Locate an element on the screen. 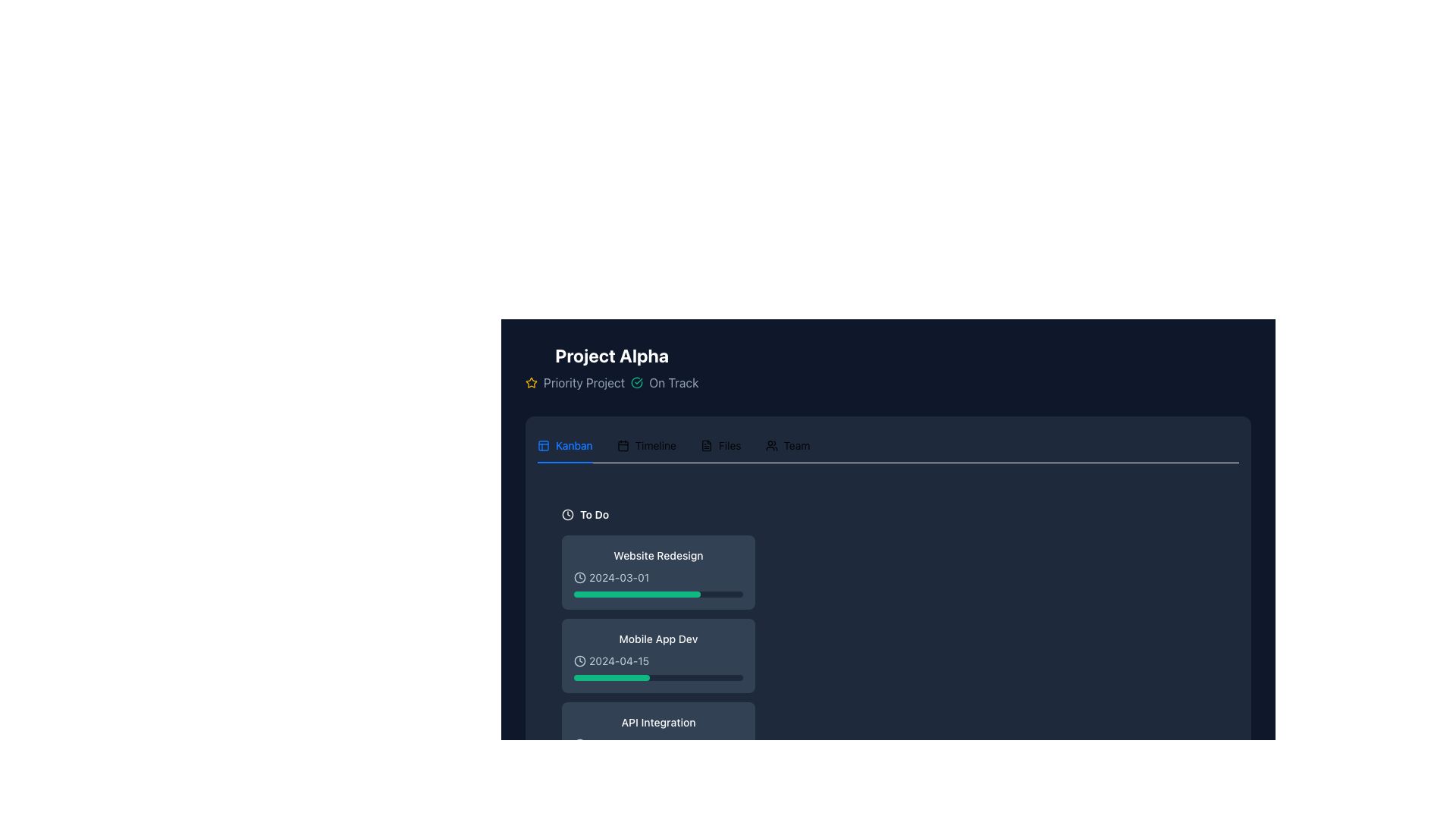 Image resolution: width=1456 pixels, height=819 pixels. the SVG graphical icon located to the left side of the 'To Do' title in the top-left section of the Kanban board interface is located at coordinates (566, 513).